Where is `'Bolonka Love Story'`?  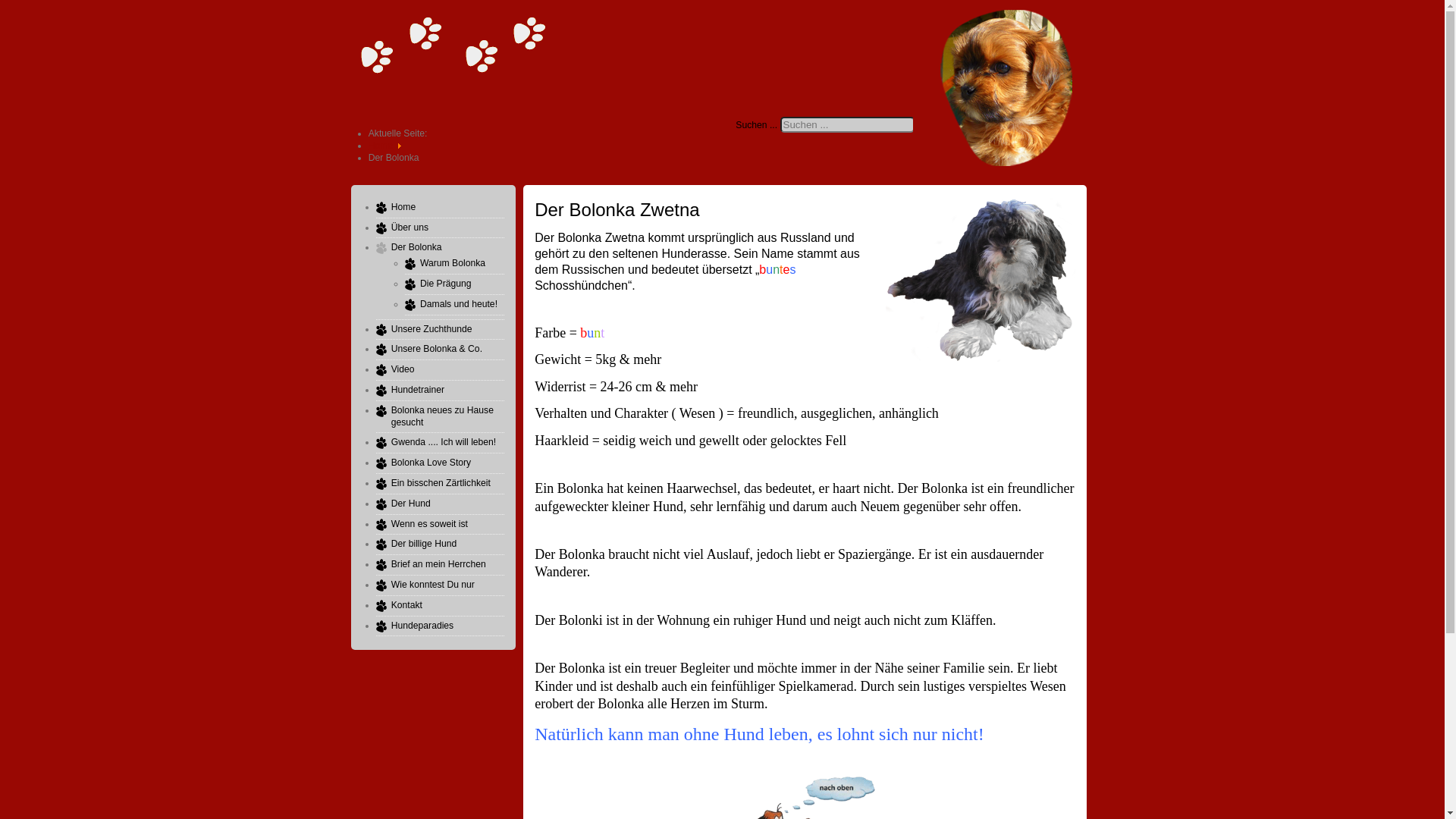
'Bolonka Love Story' is located at coordinates (430, 461).